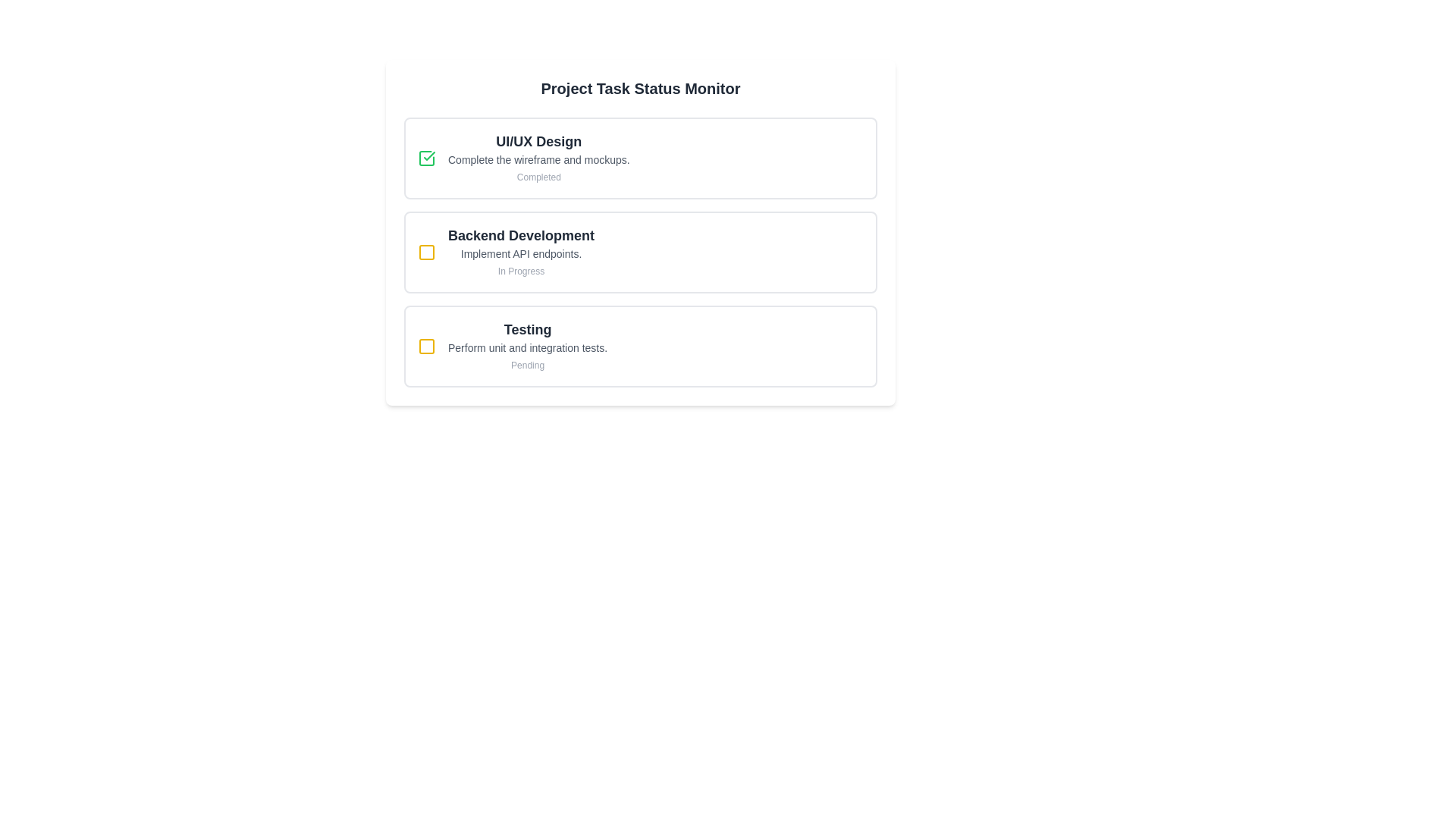  What do you see at coordinates (425, 251) in the screenshot?
I see `the 'Pending' or 'In Progress' state icon located to the immediate left of the 'Backend Development' text section and above the 'Testing' section` at bounding box center [425, 251].